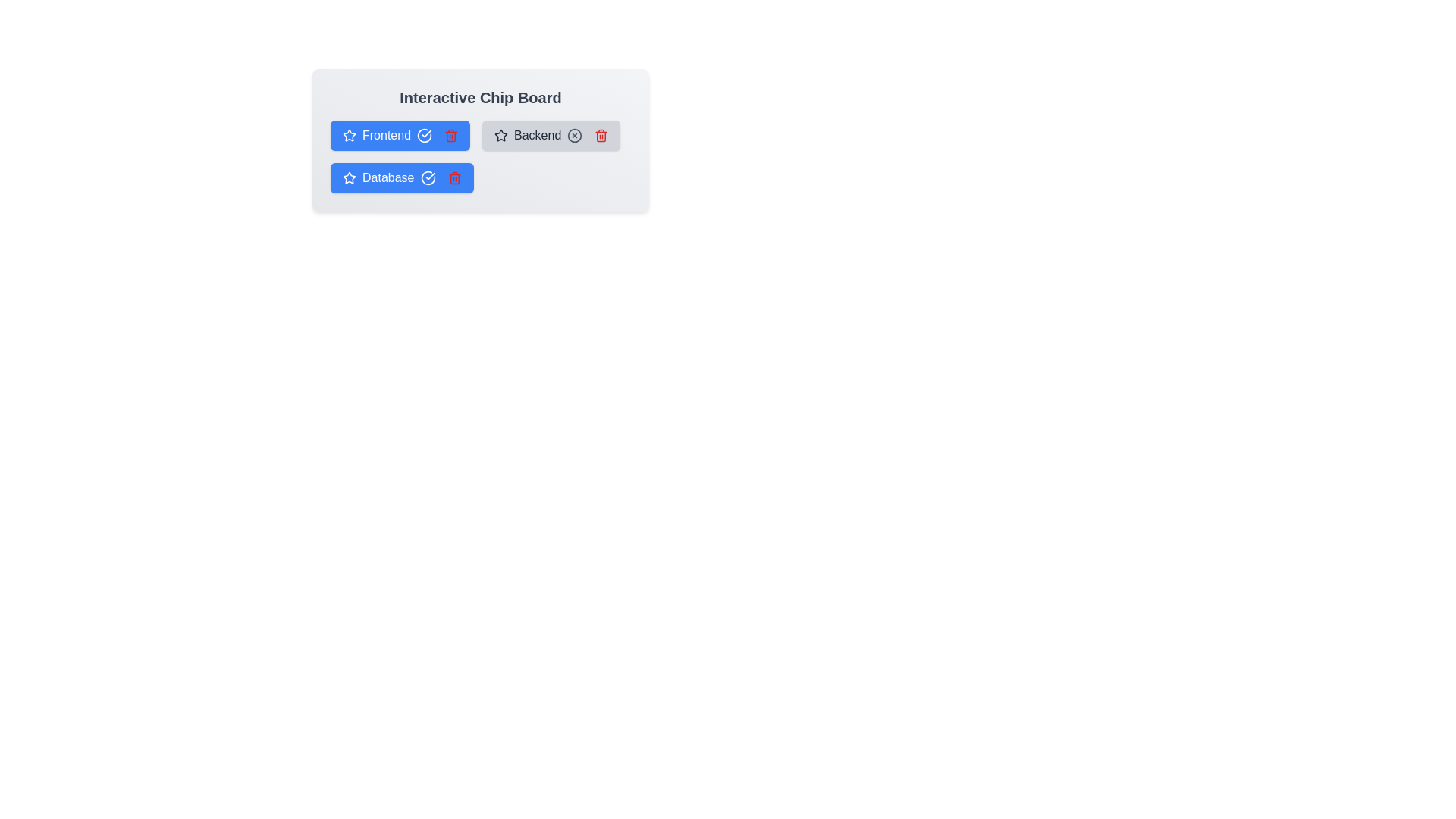 The image size is (1456, 819). I want to click on the chip labeled Database to toggle its selection state, so click(401, 177).